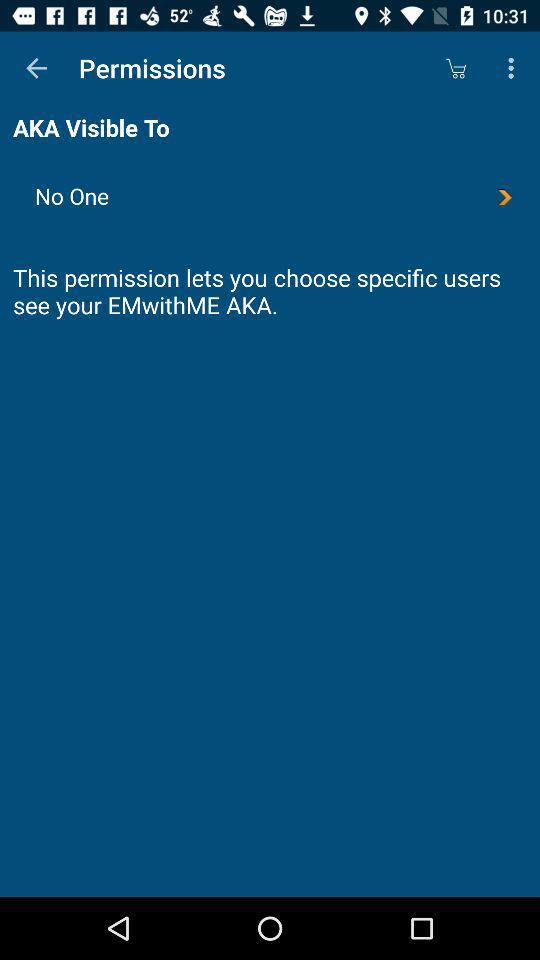  What do you see at coordinates (36, 68) in the screenshot?
I see `the item above aka visible to item` at bounding box center [36, 68].